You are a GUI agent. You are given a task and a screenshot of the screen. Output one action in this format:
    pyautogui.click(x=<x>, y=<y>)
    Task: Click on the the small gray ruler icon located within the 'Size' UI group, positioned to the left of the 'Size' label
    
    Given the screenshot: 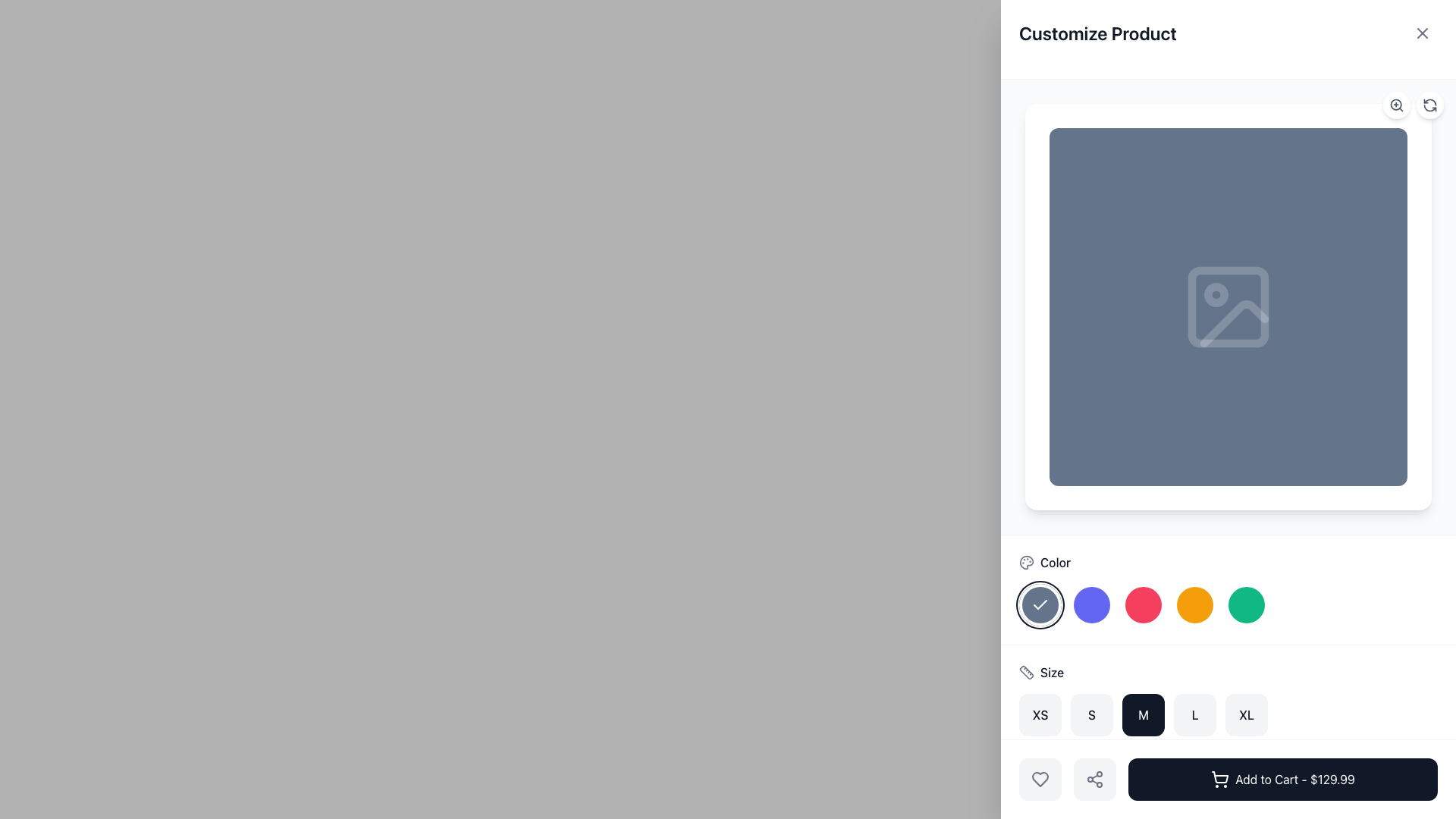 What is the action you would take?
    pyautogui.click(x=1026, y=672)
    